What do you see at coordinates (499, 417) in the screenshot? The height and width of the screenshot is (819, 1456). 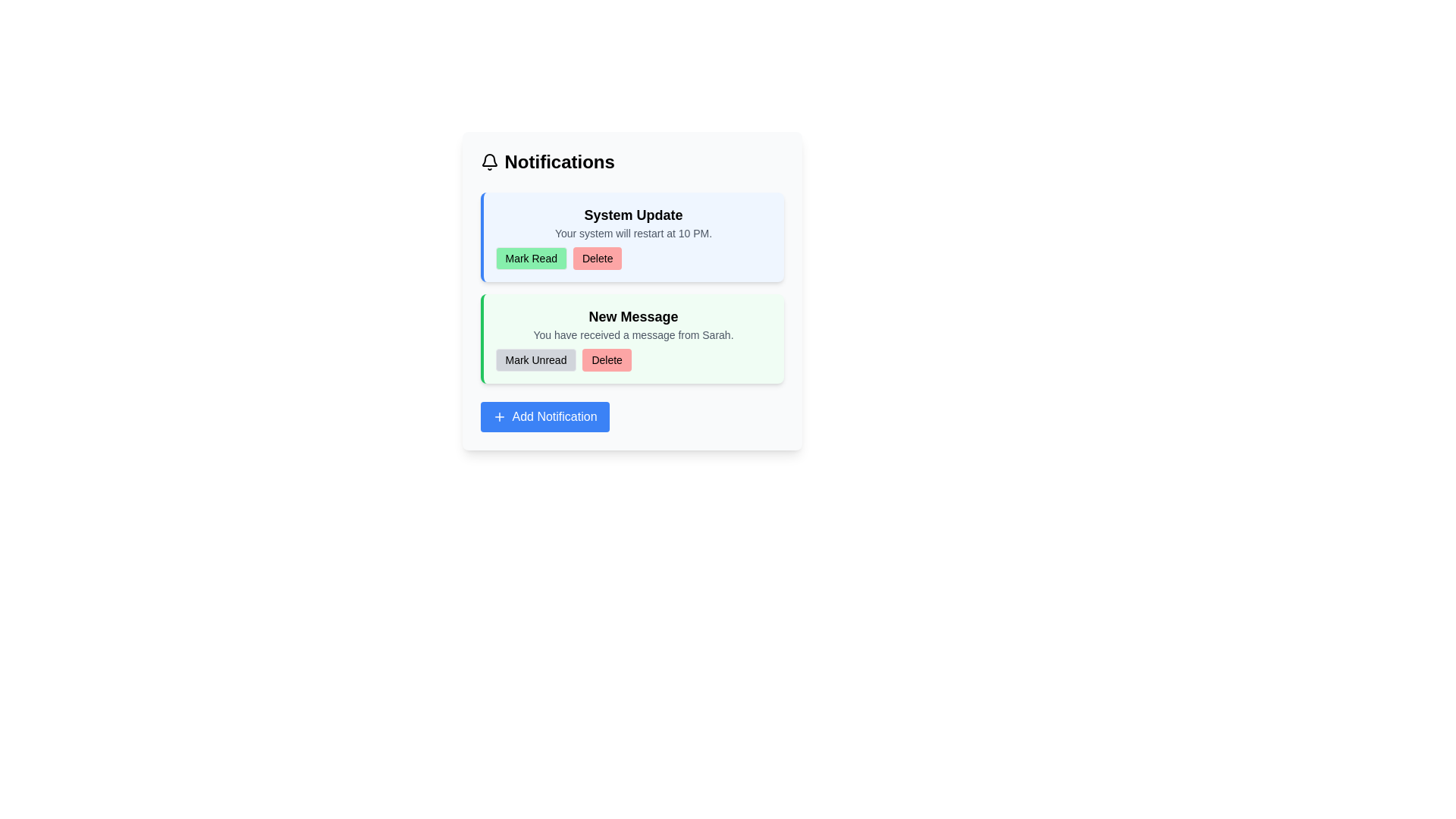 I see `the icon within the 'Add Notification' button` at bounding box center [499, 417].